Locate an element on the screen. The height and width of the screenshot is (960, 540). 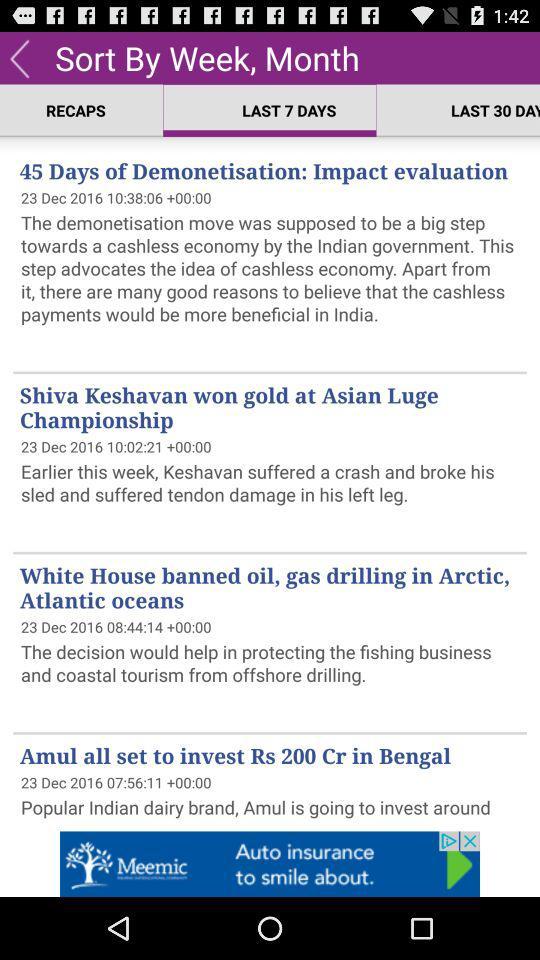
go back is located at coordinates (18, 56).